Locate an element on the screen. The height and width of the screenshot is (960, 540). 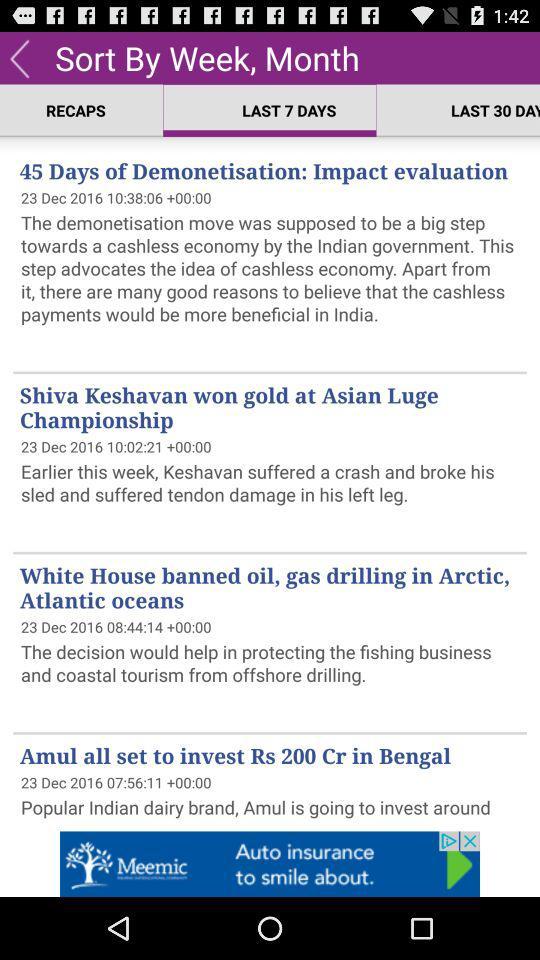
go back is located at coordinates (18, 56).